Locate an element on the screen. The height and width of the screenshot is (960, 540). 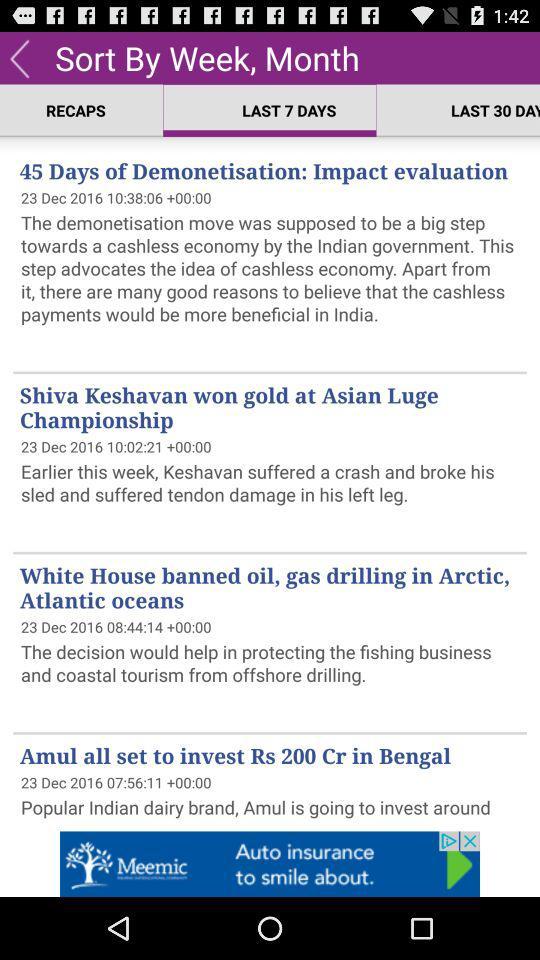
go back is located at coordinates (18, 56).